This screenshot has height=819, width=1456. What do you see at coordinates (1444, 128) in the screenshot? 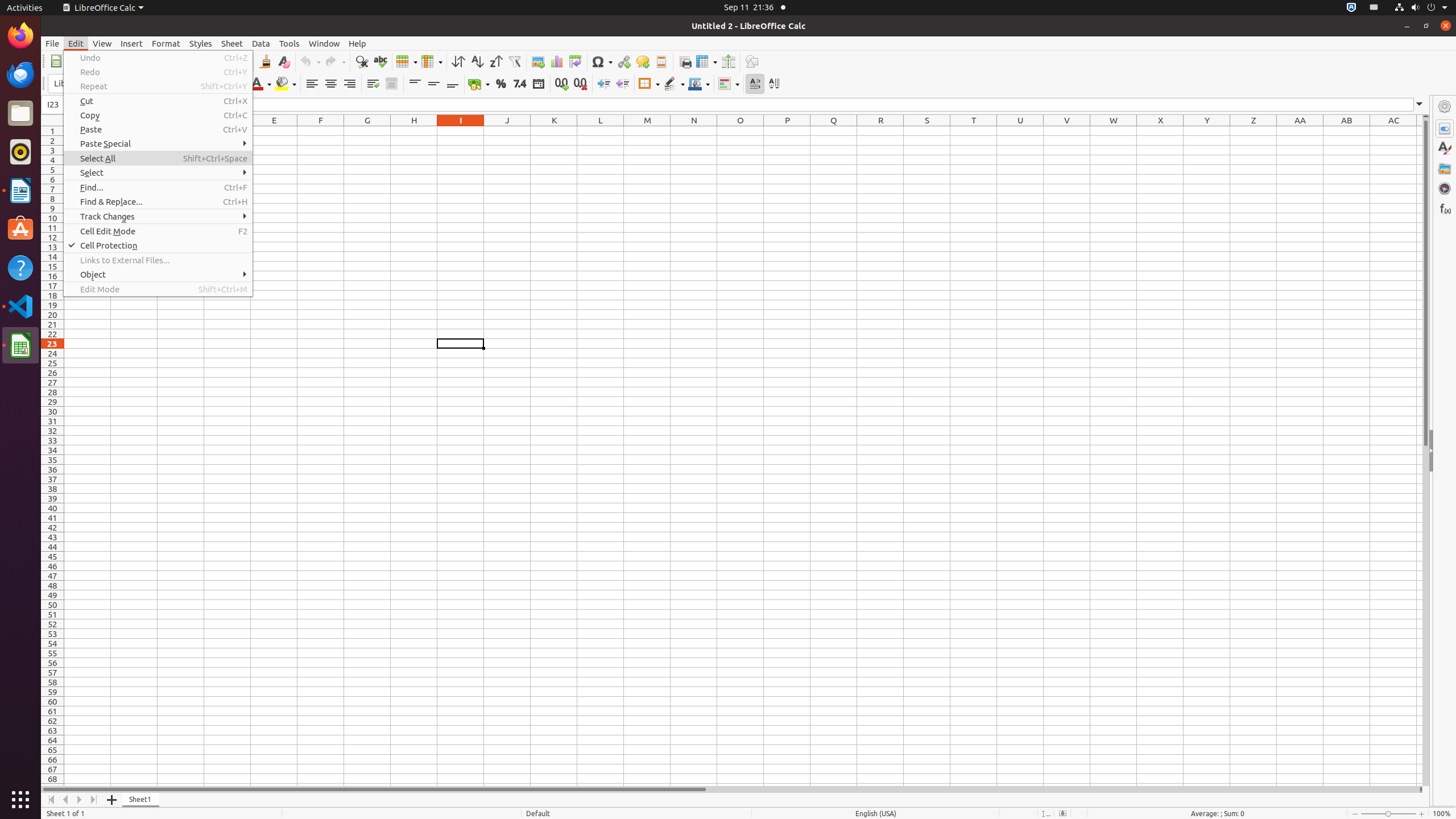
I see `'Properties'` at bounding box center [1444, 128].